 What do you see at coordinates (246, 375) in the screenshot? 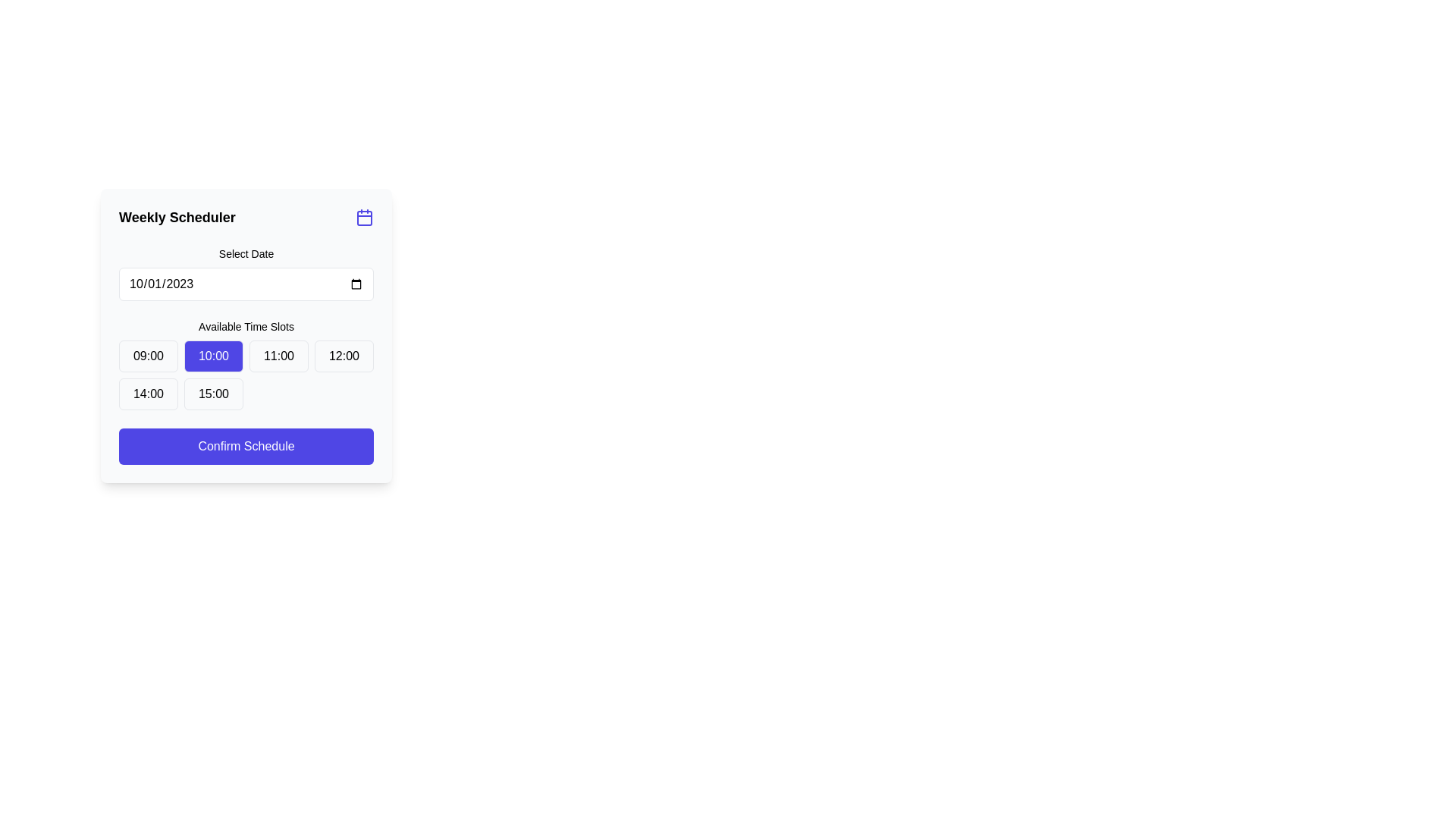
I see `the '10:00' time slot within the 'Available Time Slots' section of the 'Weekly Scheduler' panel` at bounding box center [246, 375].